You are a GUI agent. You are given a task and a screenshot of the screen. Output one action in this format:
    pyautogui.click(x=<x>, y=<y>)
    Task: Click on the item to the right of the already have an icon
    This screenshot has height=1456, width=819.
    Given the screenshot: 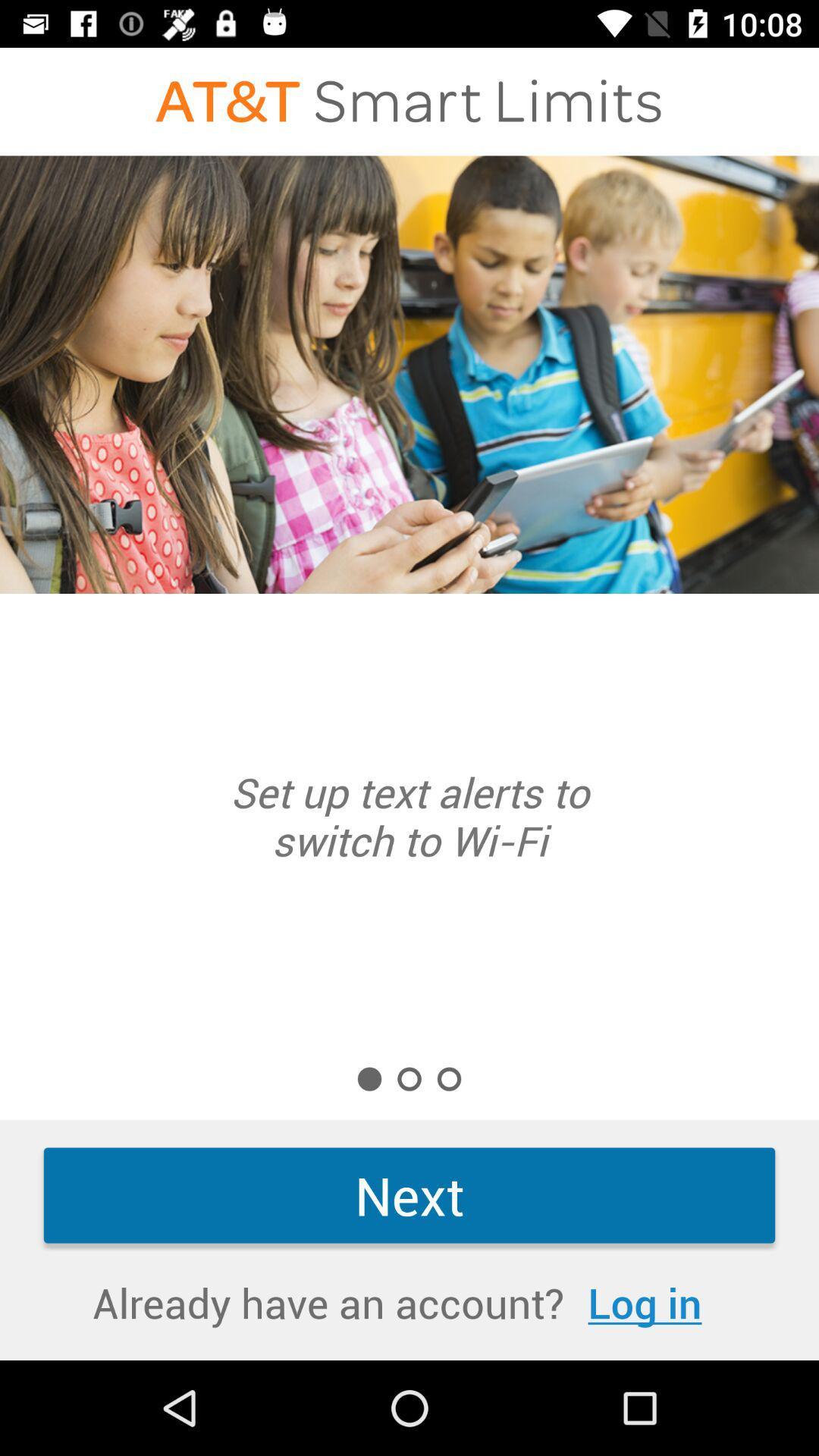 What is the action you would take?
    pyautogui.click(x=645, y=1301)
    